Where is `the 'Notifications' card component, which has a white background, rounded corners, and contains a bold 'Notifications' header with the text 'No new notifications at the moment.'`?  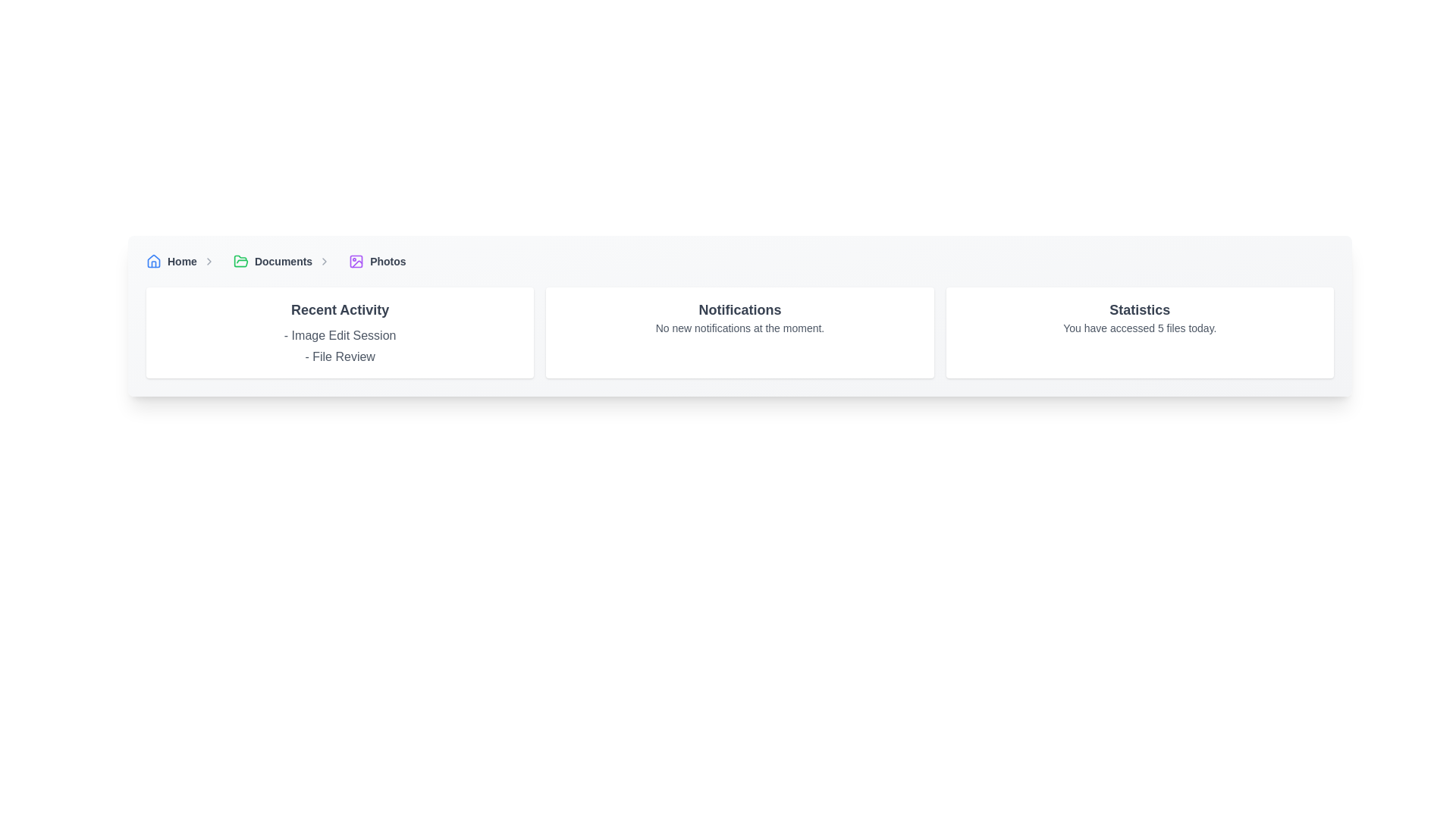
the 'Notifications' card component, which has a white background, rounded corners, and contains a bold 'Notifications' header with the text 'No new notifications at the moment.' is located at coordinates (739, 332).